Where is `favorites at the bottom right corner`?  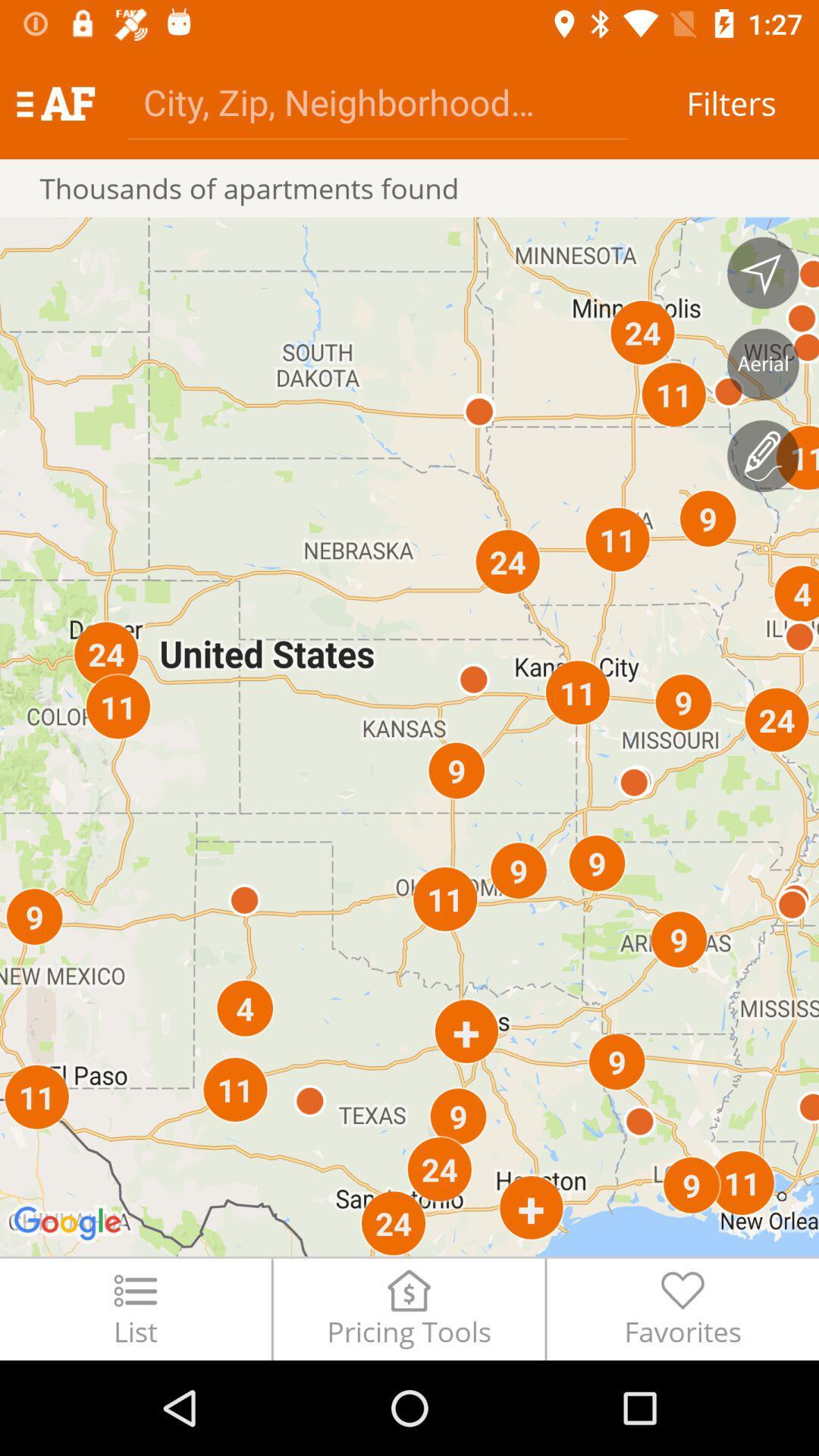 favorites at the bottom right corner is located at coordinates (682, 1308).